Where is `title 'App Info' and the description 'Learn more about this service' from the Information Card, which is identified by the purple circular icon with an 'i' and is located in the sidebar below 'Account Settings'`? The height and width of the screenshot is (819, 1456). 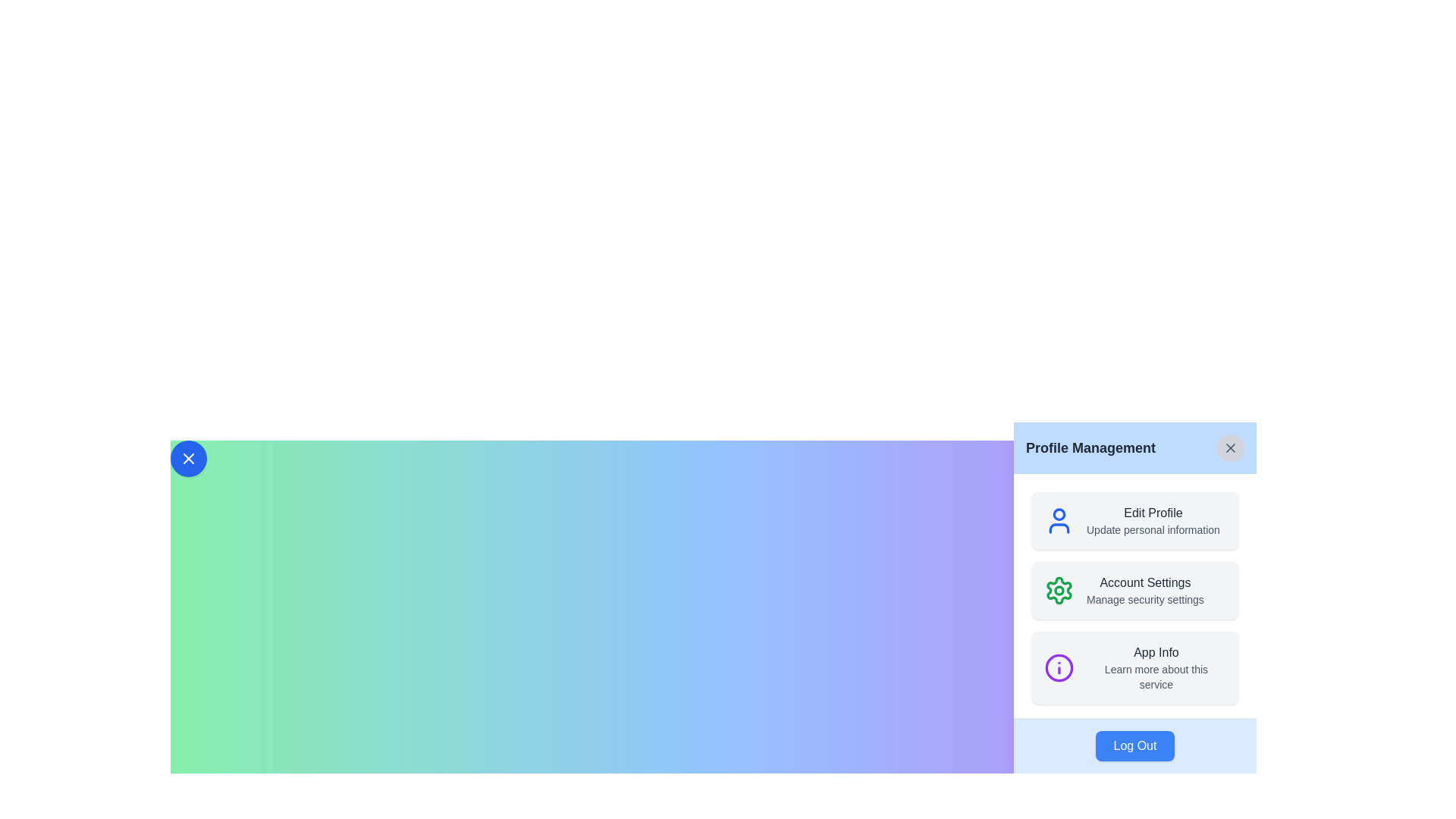
title 'App Info' and the description 'Learn more about this service' from the Information Card, which is identified by the purple circular icon with an 'i' and is located in the sidebar below 'Account Settings' is located at coordinates (1135, 667).